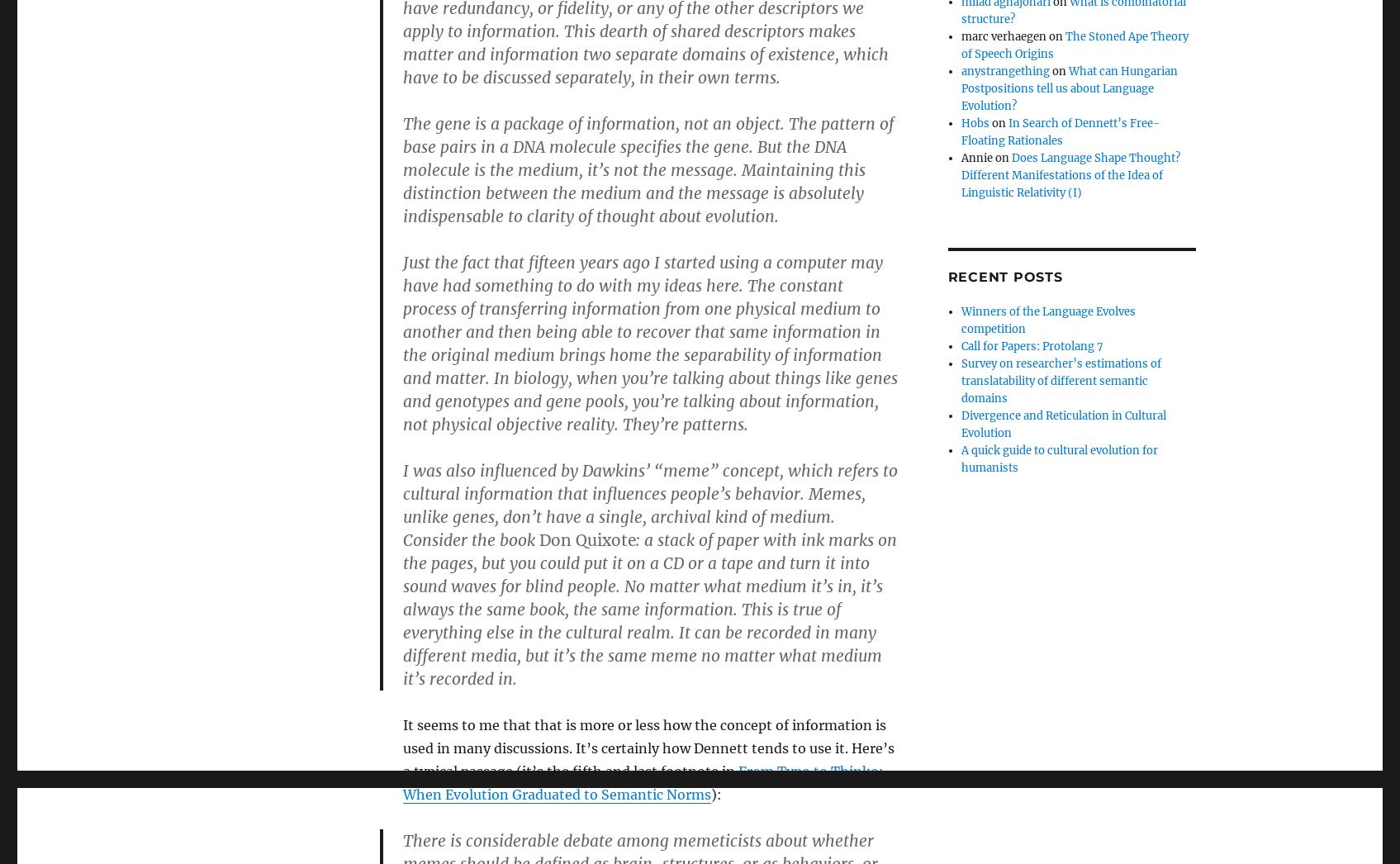 This screenshot has width=1400, height=864. Describe the element at coordinates (975, 158) in the screenshot. I see `'Annie'` at that location.